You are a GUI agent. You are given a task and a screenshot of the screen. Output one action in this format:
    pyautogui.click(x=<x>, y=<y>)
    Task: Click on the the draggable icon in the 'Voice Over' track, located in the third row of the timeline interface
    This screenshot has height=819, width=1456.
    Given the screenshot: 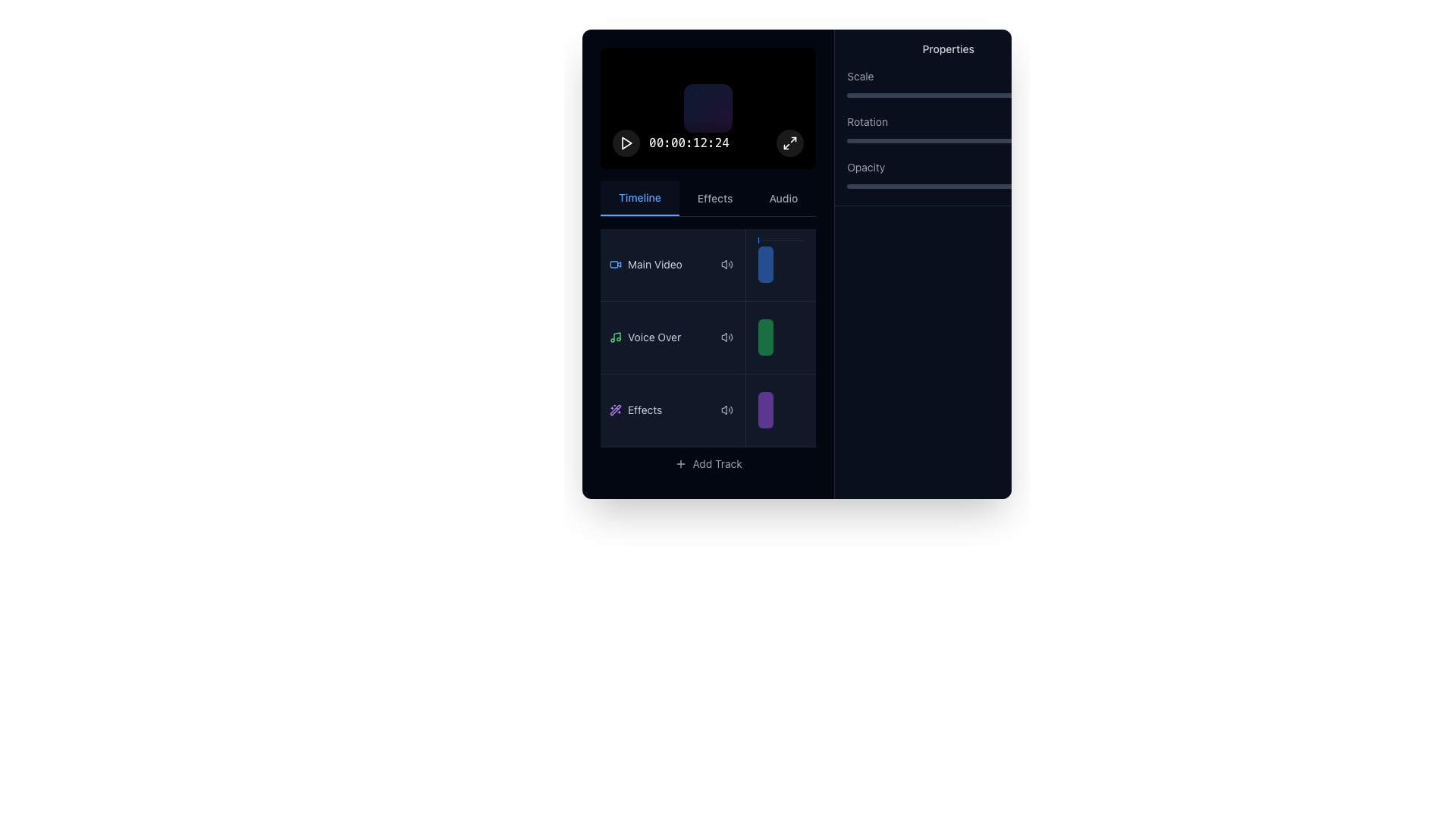 What is the action you would take?
    pyautogui.click(x=766, y=337)
    